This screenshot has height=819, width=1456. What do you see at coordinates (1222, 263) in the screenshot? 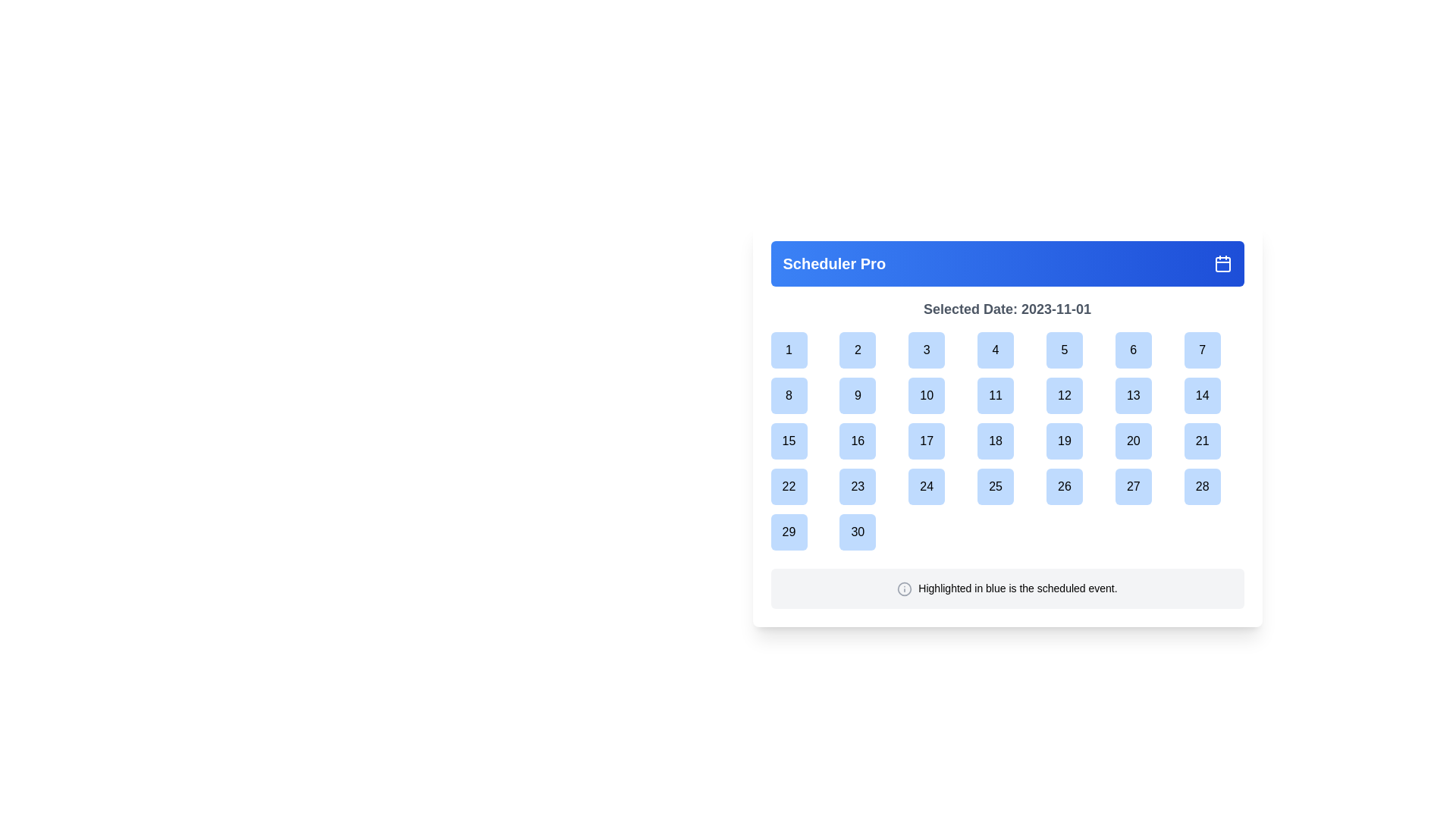
I see `the rectangular component with rounded corners within the calendar icon located in the top-right corner of the blue header to interact with the calendar features` at bounding box center [1222, 263].